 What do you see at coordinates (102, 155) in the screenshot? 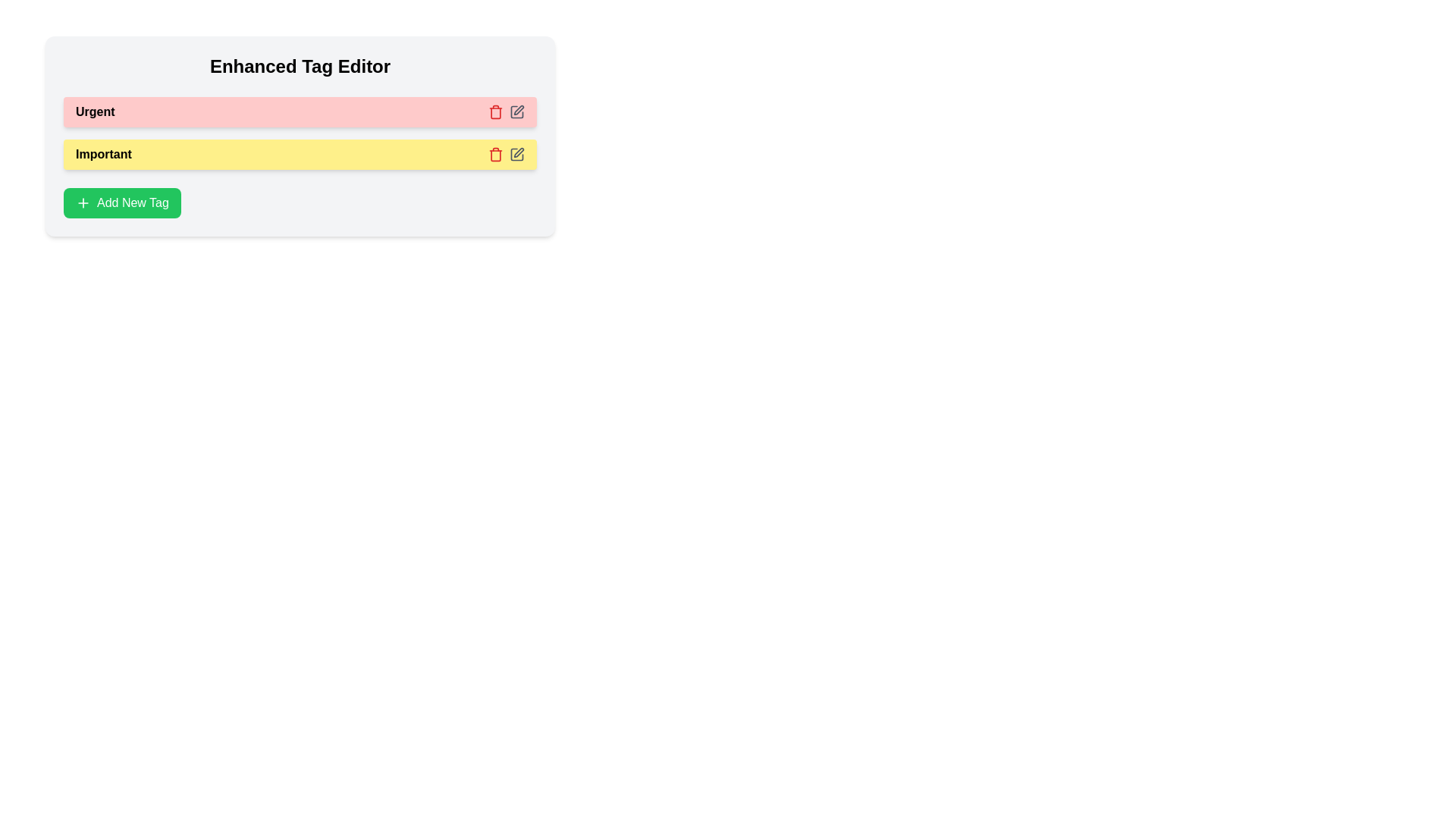
I see `the 'Important' text label located in the yellow bar, which is the second item in a list of tags, positioned below the 'Urgent' red bar and above the 'Add New Tag' green button` at bounding box center [102, 155].